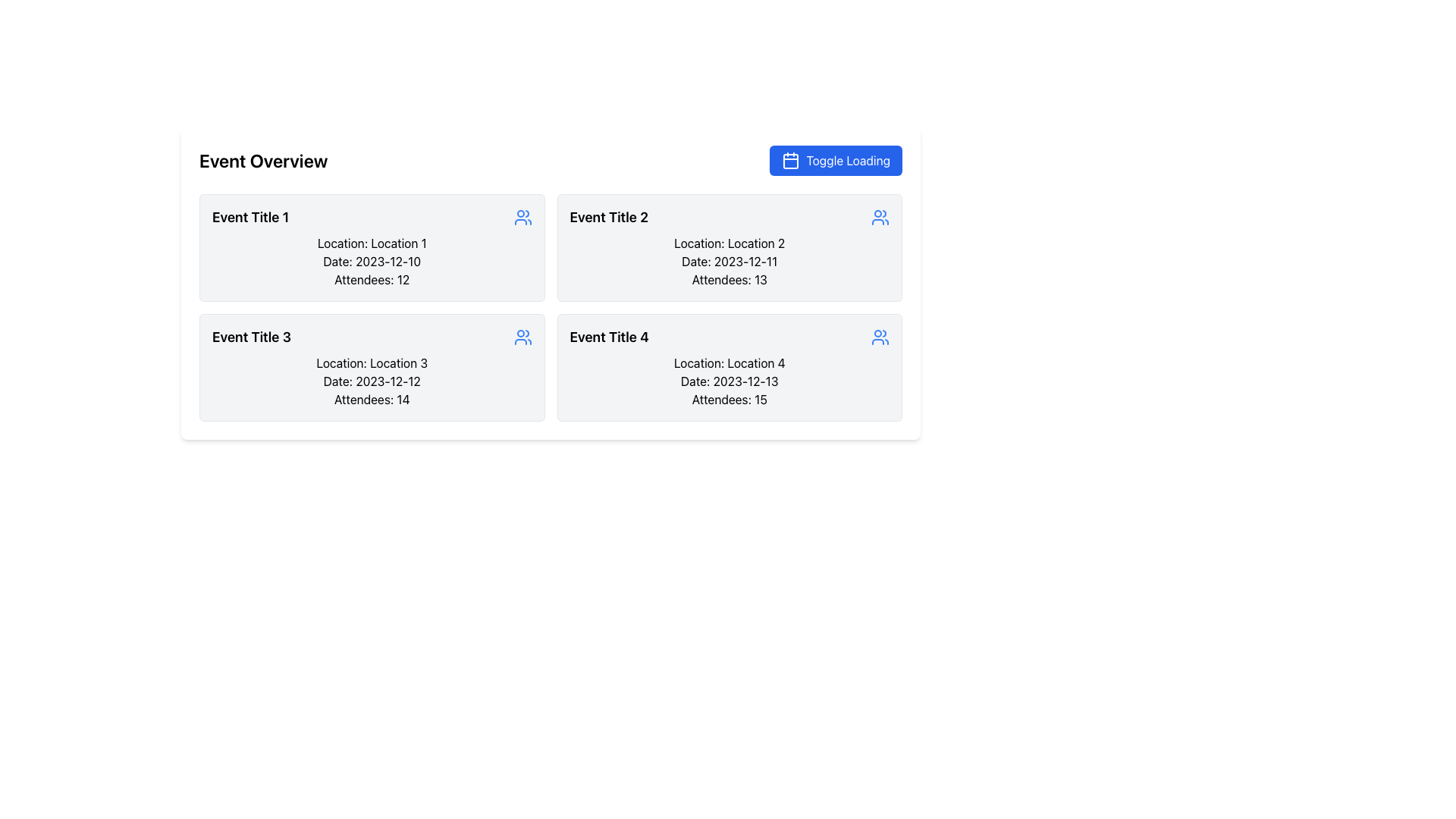 The width and height of the screenshot is (1456, 819). I want to click on the Text Label displaying the date for the event in the card labeled 'Event Title 2', located between 'Location: Location 2' and 'Attendees: 13', so click(730, 260).